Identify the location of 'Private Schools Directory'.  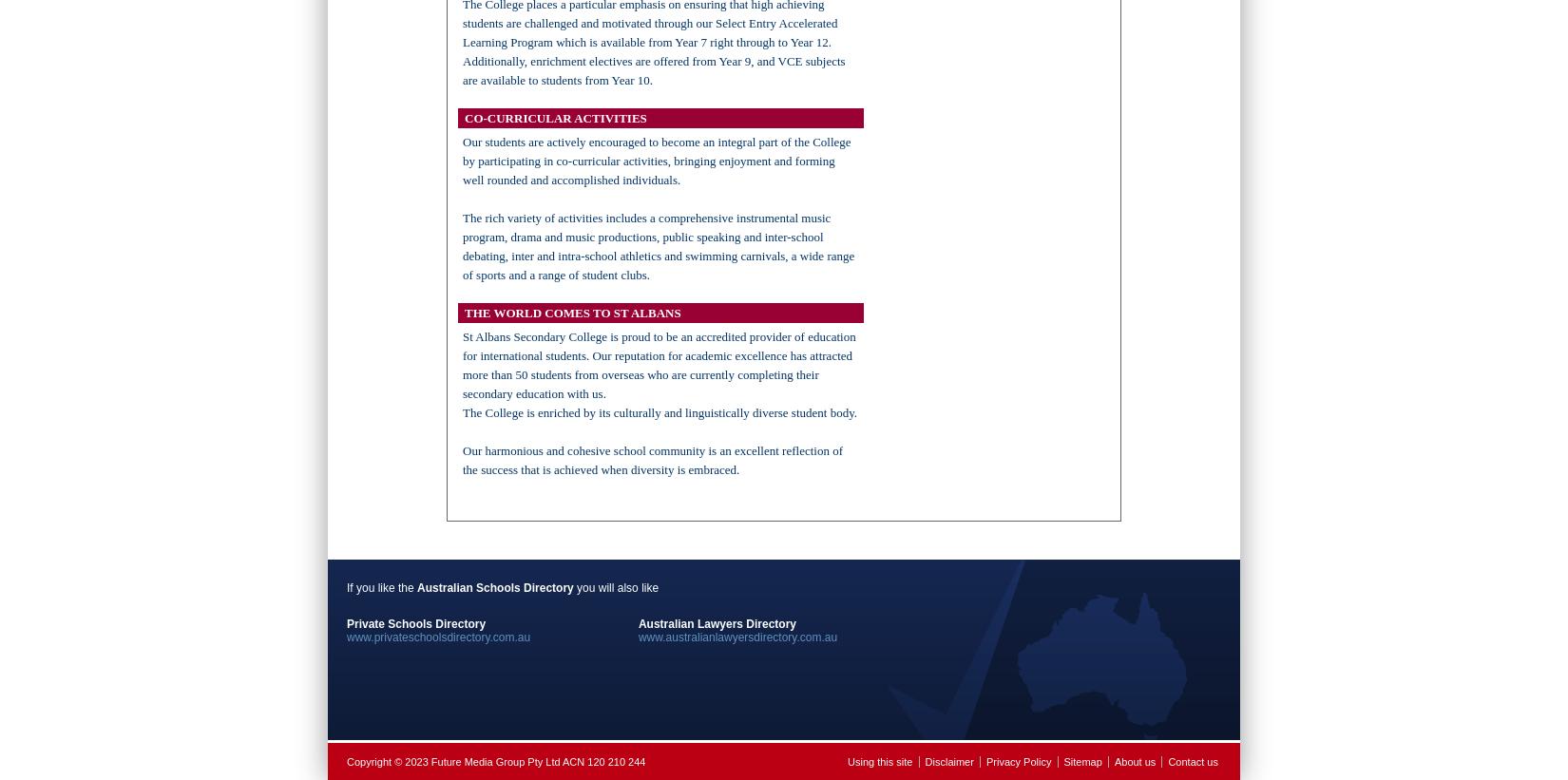
(415, 622).